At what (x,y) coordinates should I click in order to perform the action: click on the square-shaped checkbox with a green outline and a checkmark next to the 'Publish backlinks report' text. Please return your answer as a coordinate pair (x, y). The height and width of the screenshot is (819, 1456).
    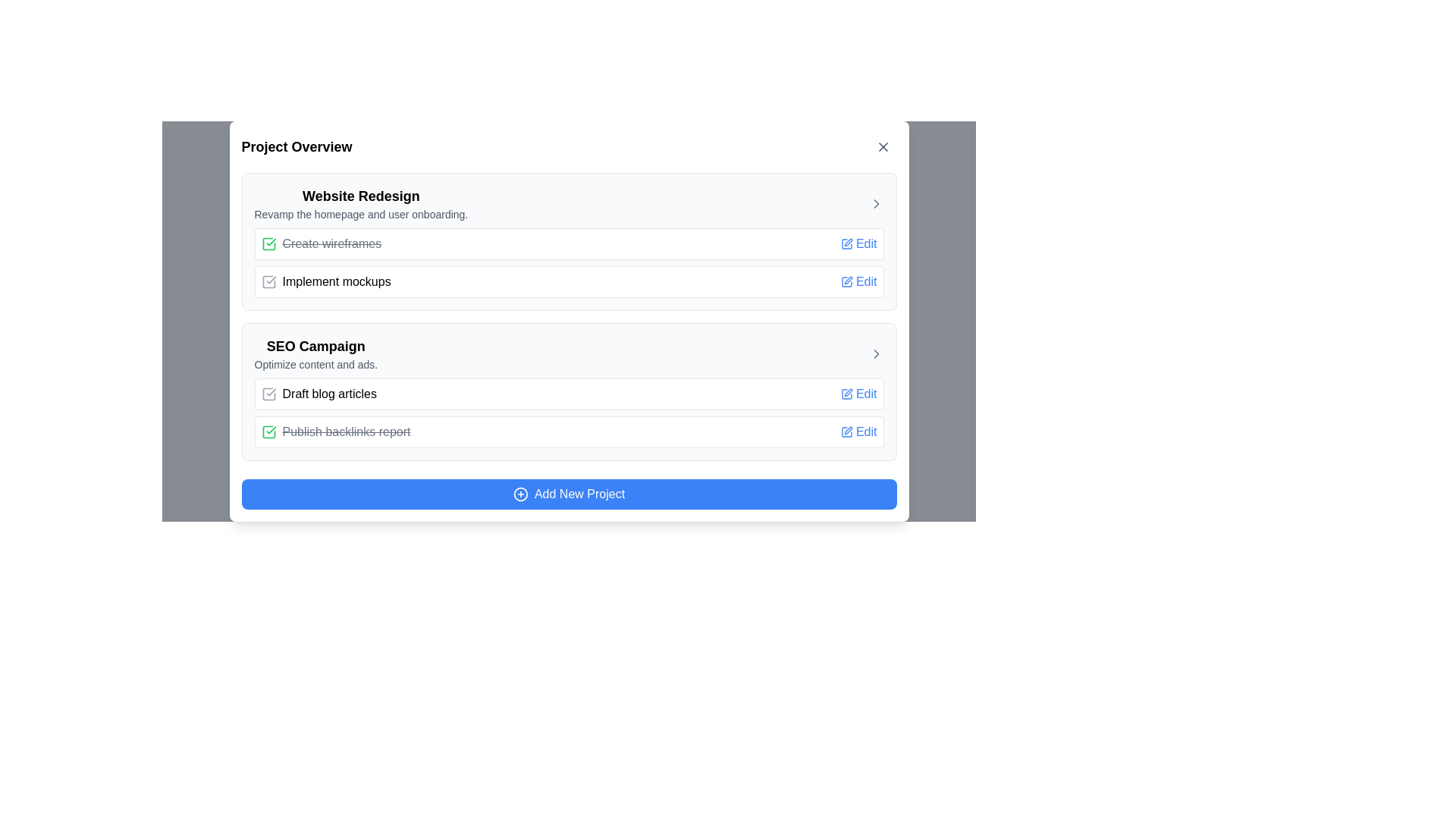
    Looking at the image, I should click on (268, 432).